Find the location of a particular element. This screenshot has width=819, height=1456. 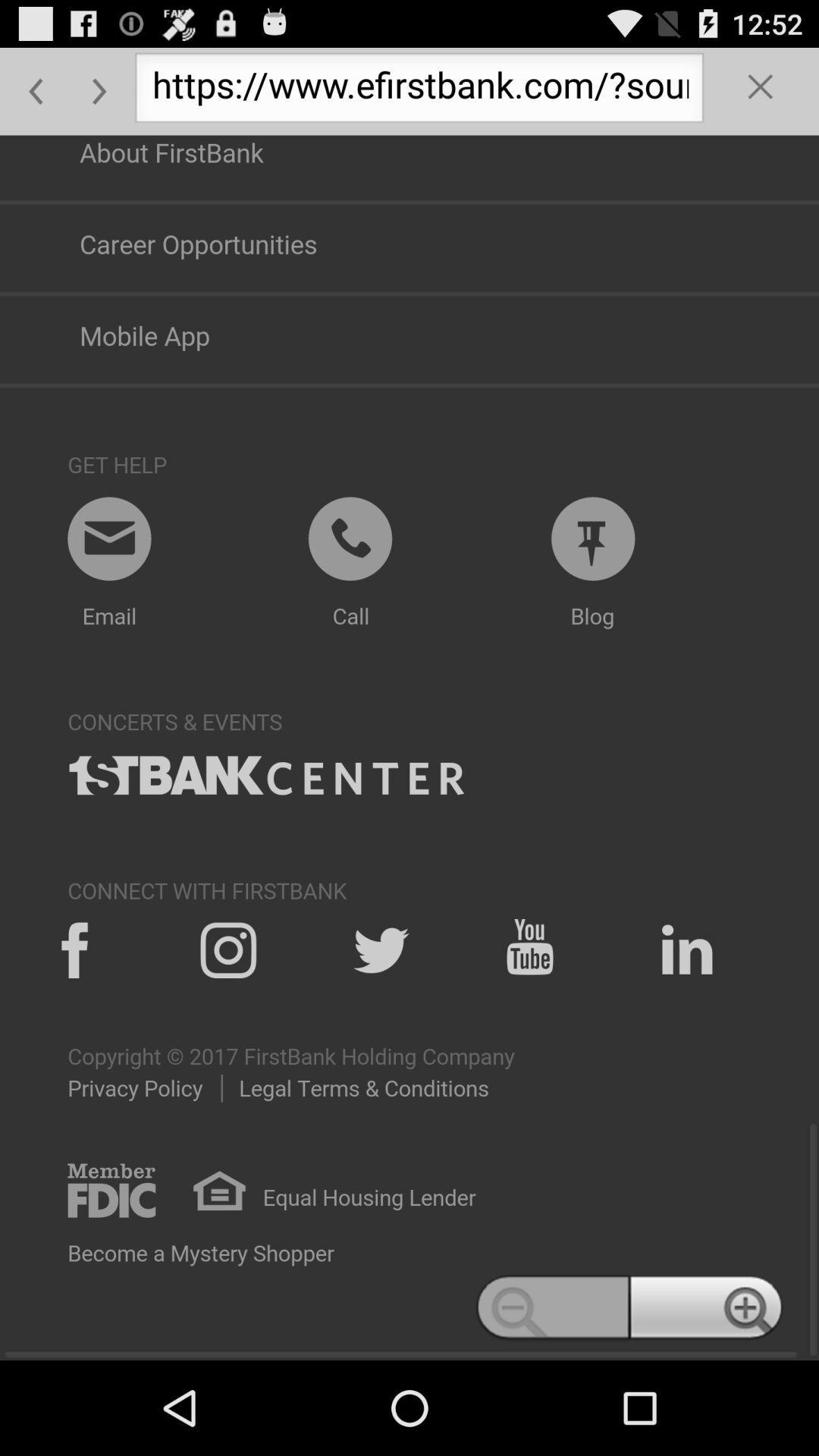

web page bottom is located at coordinates (409, 748).